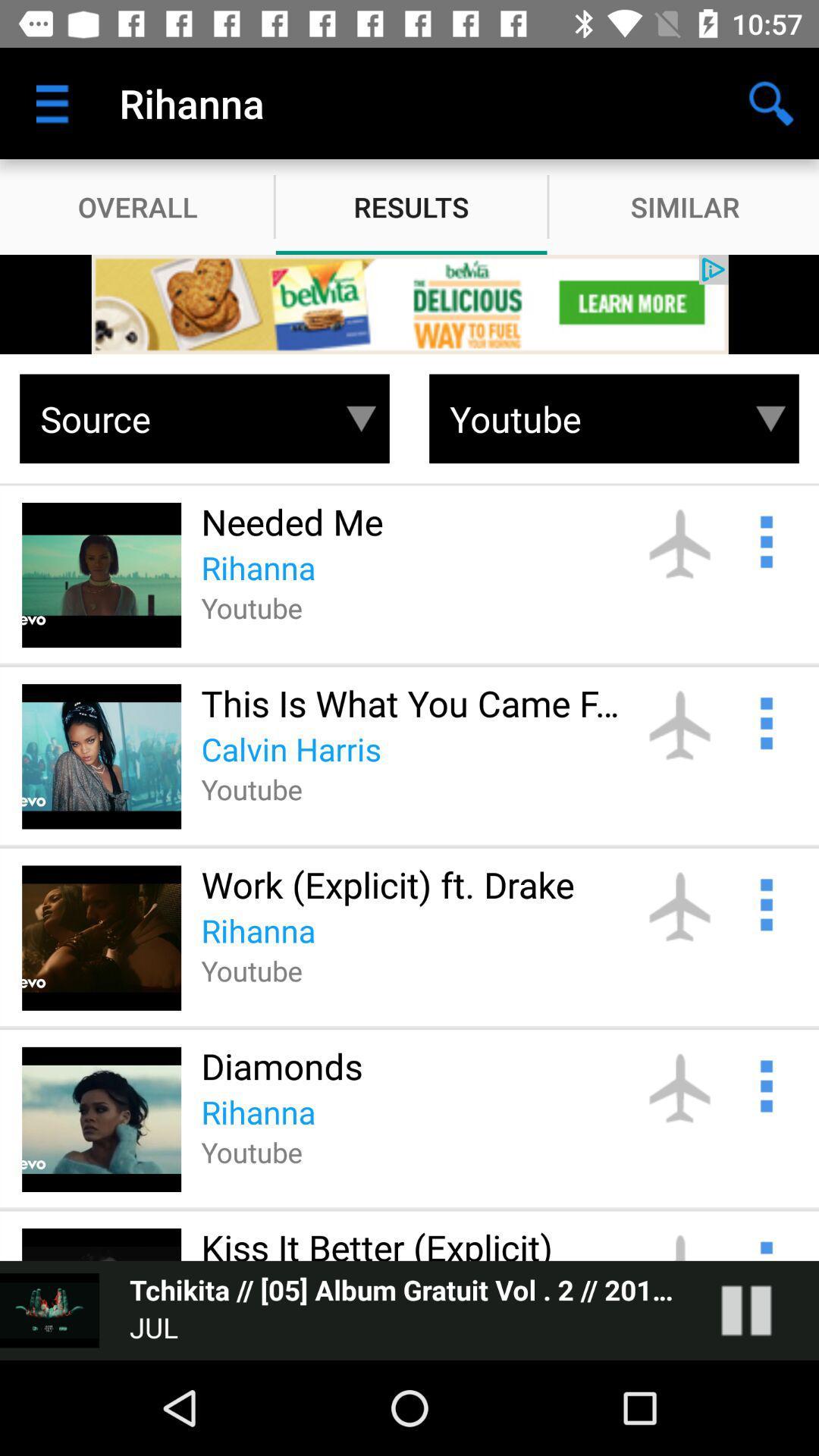  What do you see at coordinates (590, 419) in the screenshot?
I see `youtube` at bounding box center [590, 419].